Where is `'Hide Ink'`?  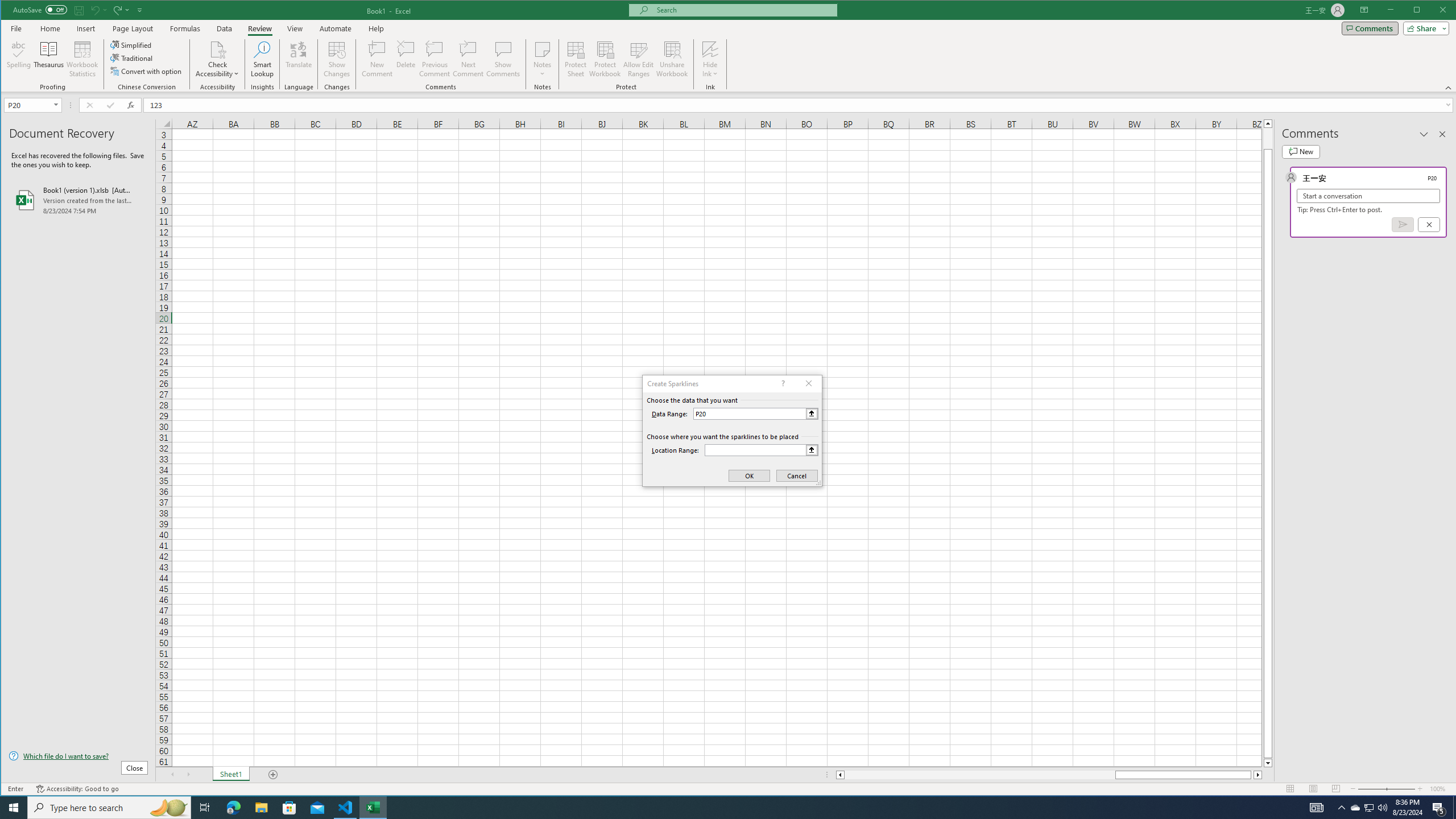 'Hide Ink' is located at coordinates (710, 59).